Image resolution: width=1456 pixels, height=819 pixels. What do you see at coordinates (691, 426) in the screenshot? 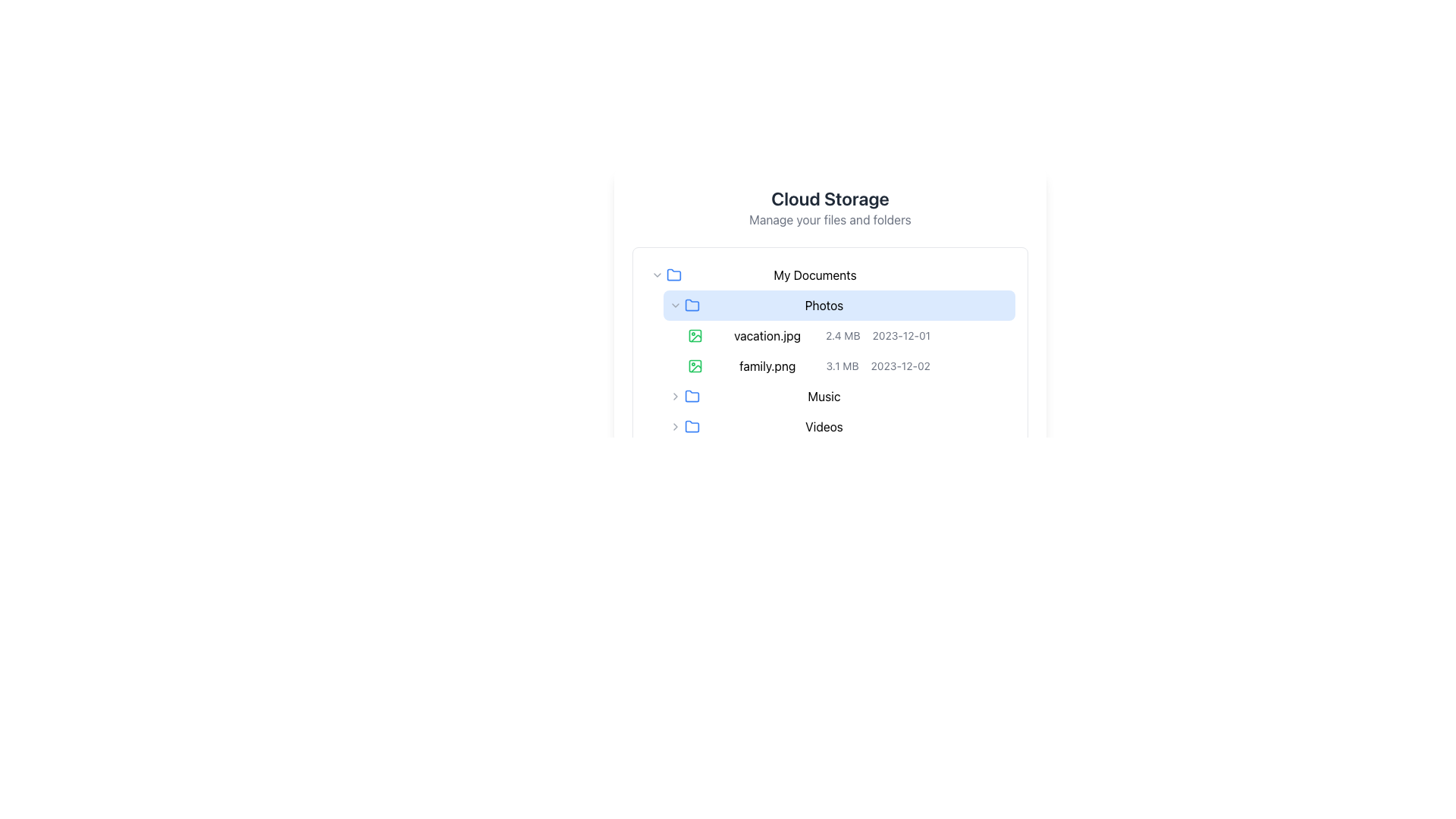
I see `the decorative part of the folder icon representing an expandable folder item in the 'Photos' list row under 'My Documents'` at bounding box center [691, 426].